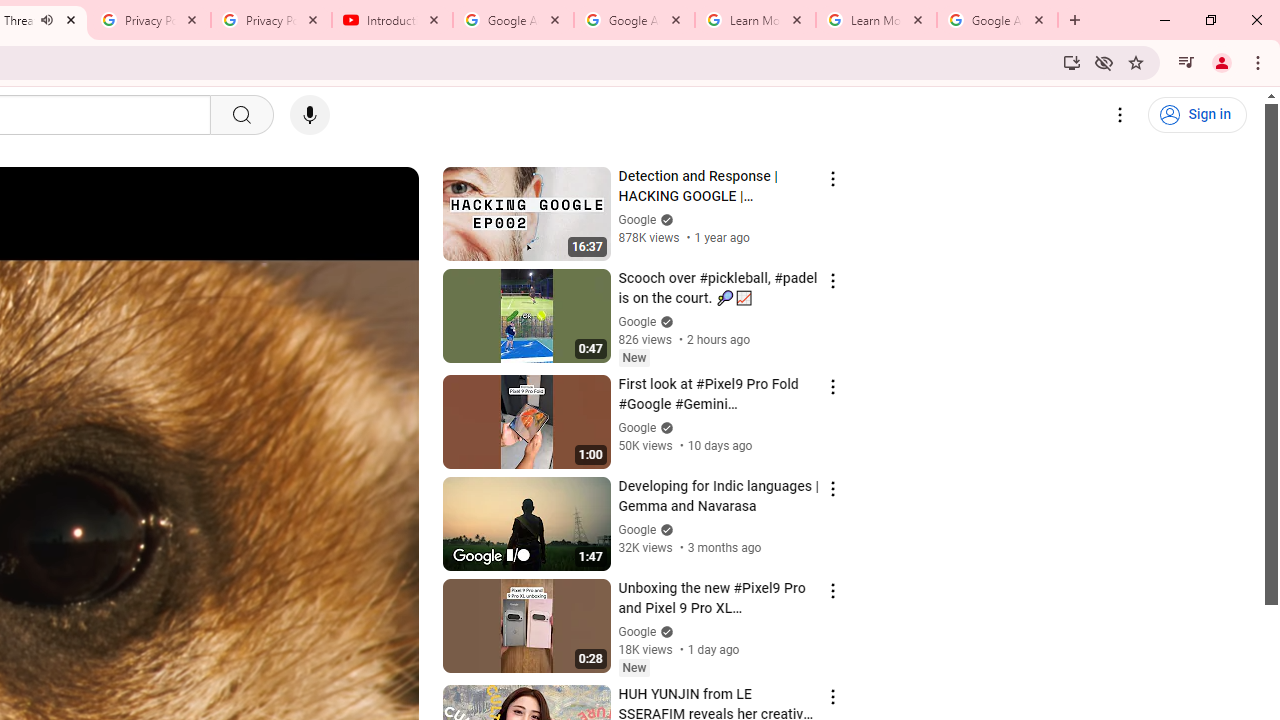 This screenshot has width=1280, height=720. Describe the element at coordinates (308, 115) in the screenshot. I see `'Search with your voice'` at that location.